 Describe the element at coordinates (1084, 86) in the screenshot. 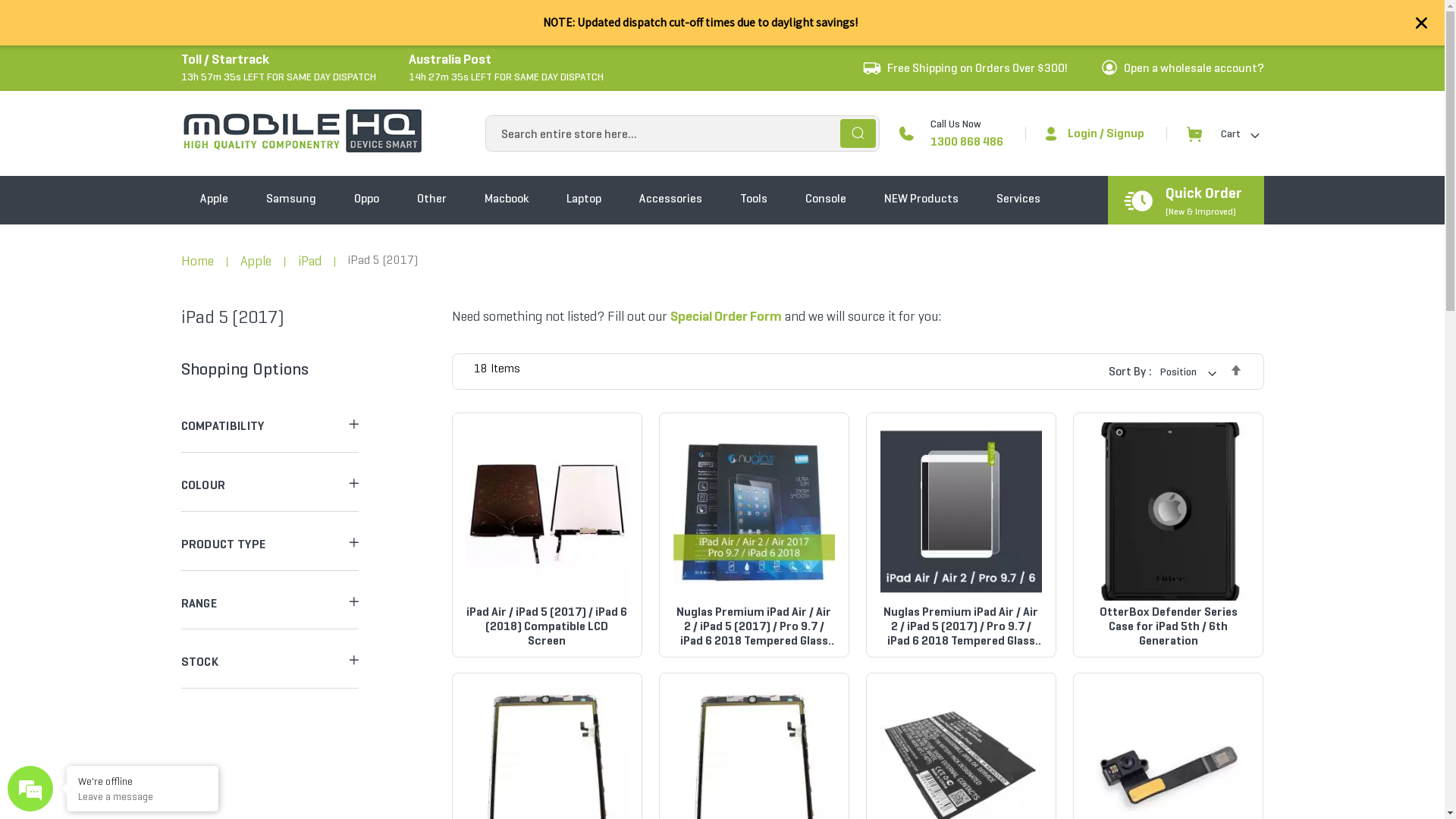

I see `'Login'` at that location.